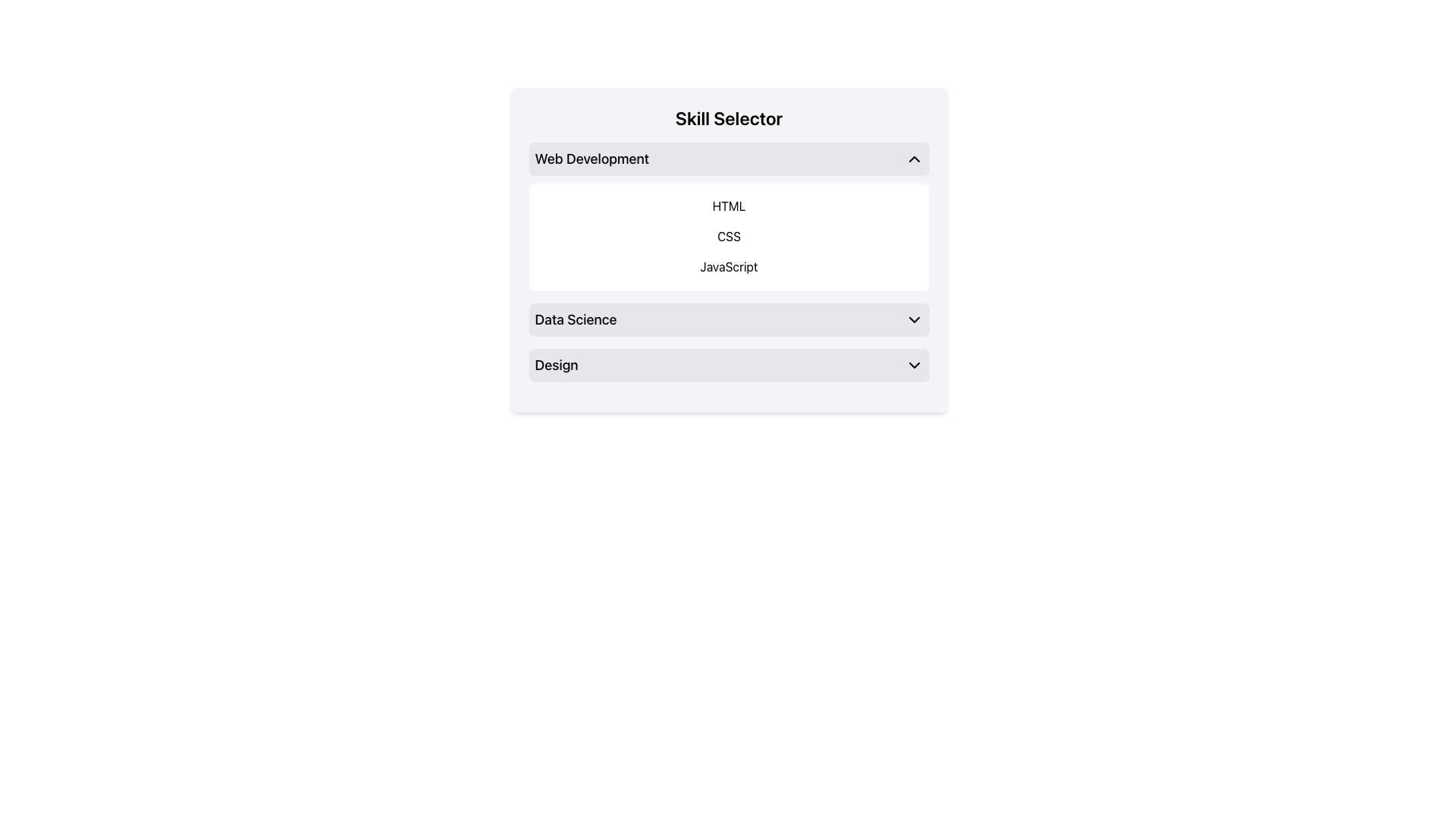  Describe the element at coordinates (729, 265) in the screenshot. I see `the Static Text Label element displaying 'JavaScript' located in the 'Skill Selector' section, which is the last item in the list of technologies` at that location.